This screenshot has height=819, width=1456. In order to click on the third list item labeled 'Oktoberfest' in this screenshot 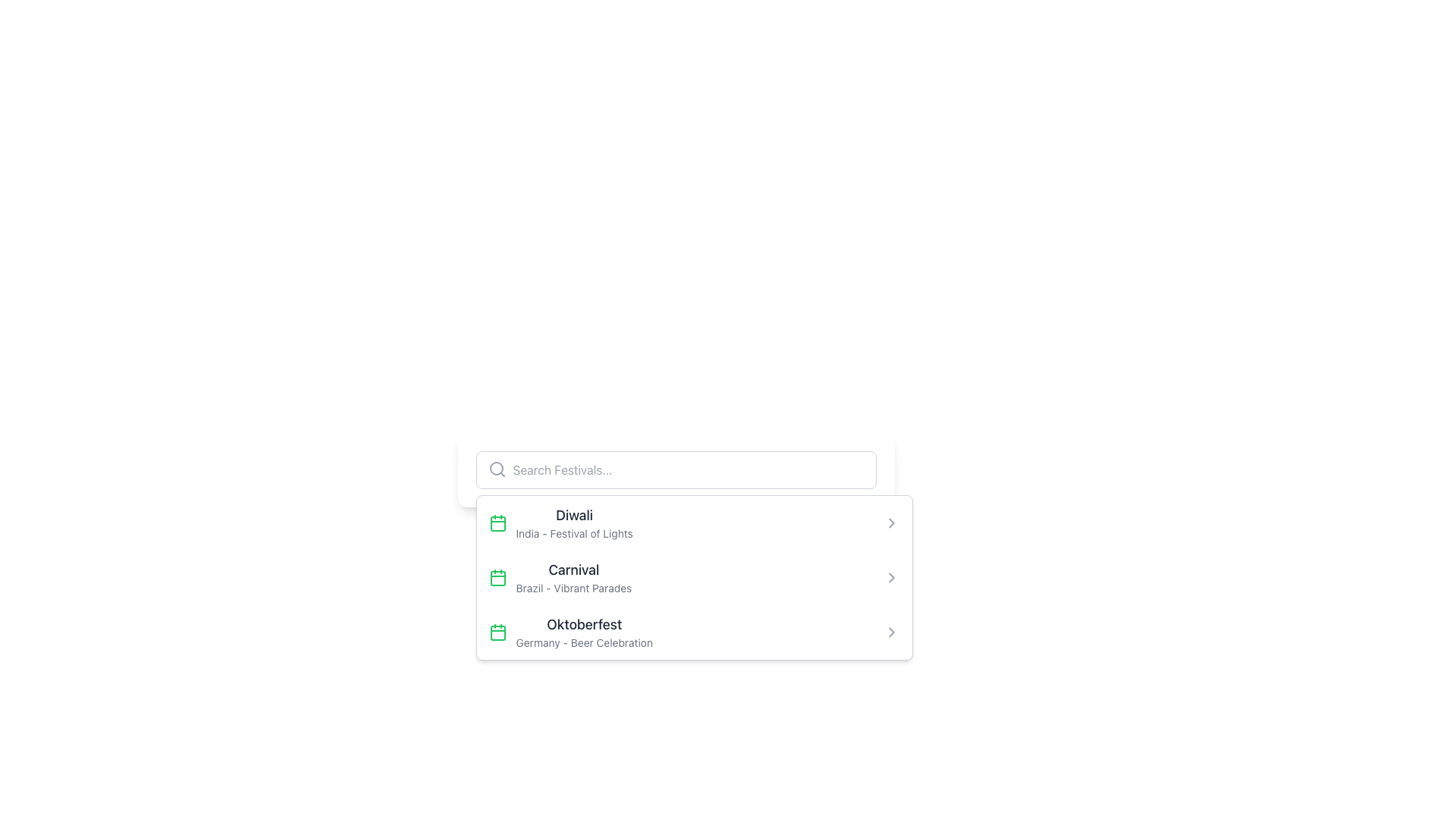, I will do `click(570, 632)`.